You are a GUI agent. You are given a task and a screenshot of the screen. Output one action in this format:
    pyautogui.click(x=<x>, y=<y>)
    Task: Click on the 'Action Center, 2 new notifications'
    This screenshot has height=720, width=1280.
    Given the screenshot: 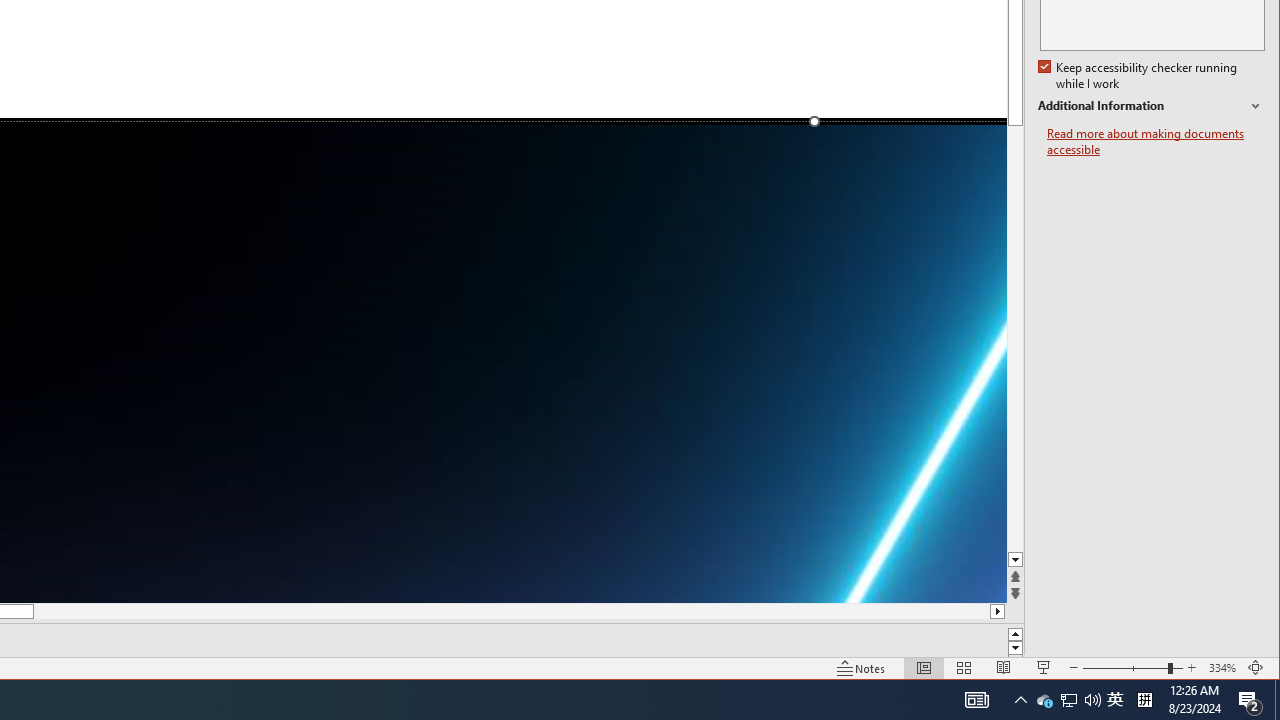 What is the action you would take?
    pyautogui.click(x=1250, y=698)
    